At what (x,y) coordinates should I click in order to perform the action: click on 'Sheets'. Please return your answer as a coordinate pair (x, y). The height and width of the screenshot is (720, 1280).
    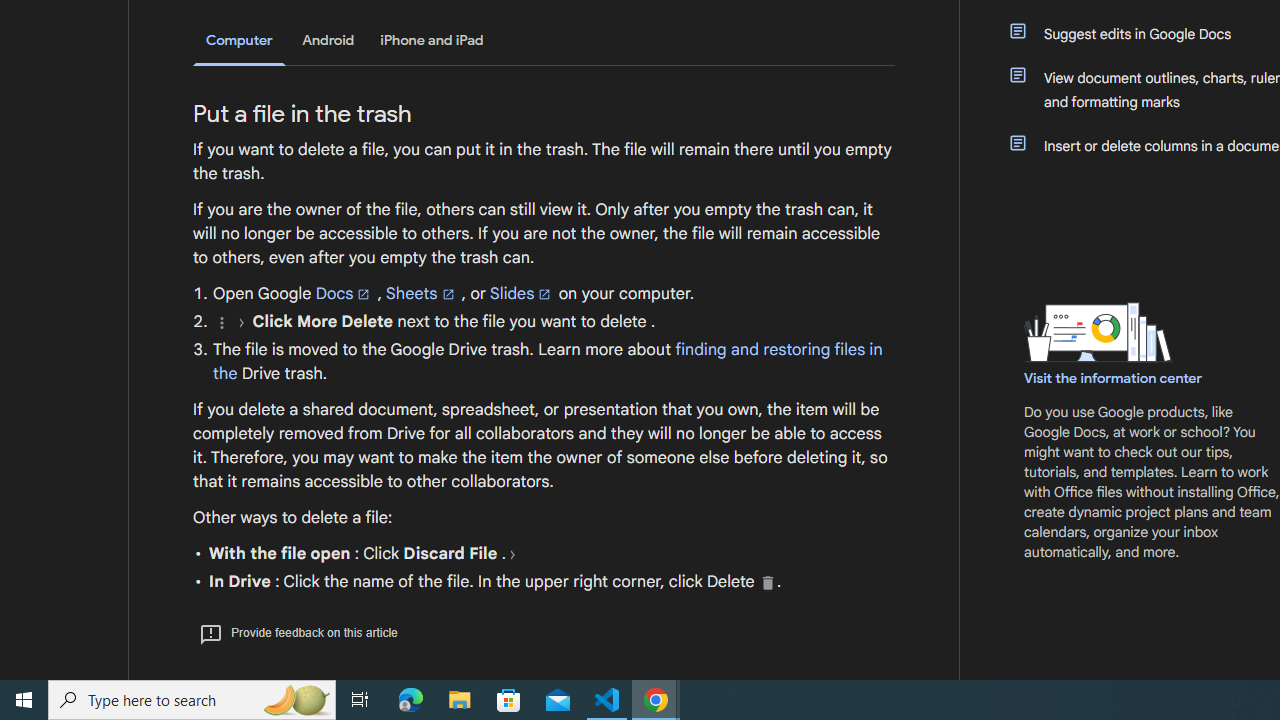
    Looking at the image, I should click on (420, 293).